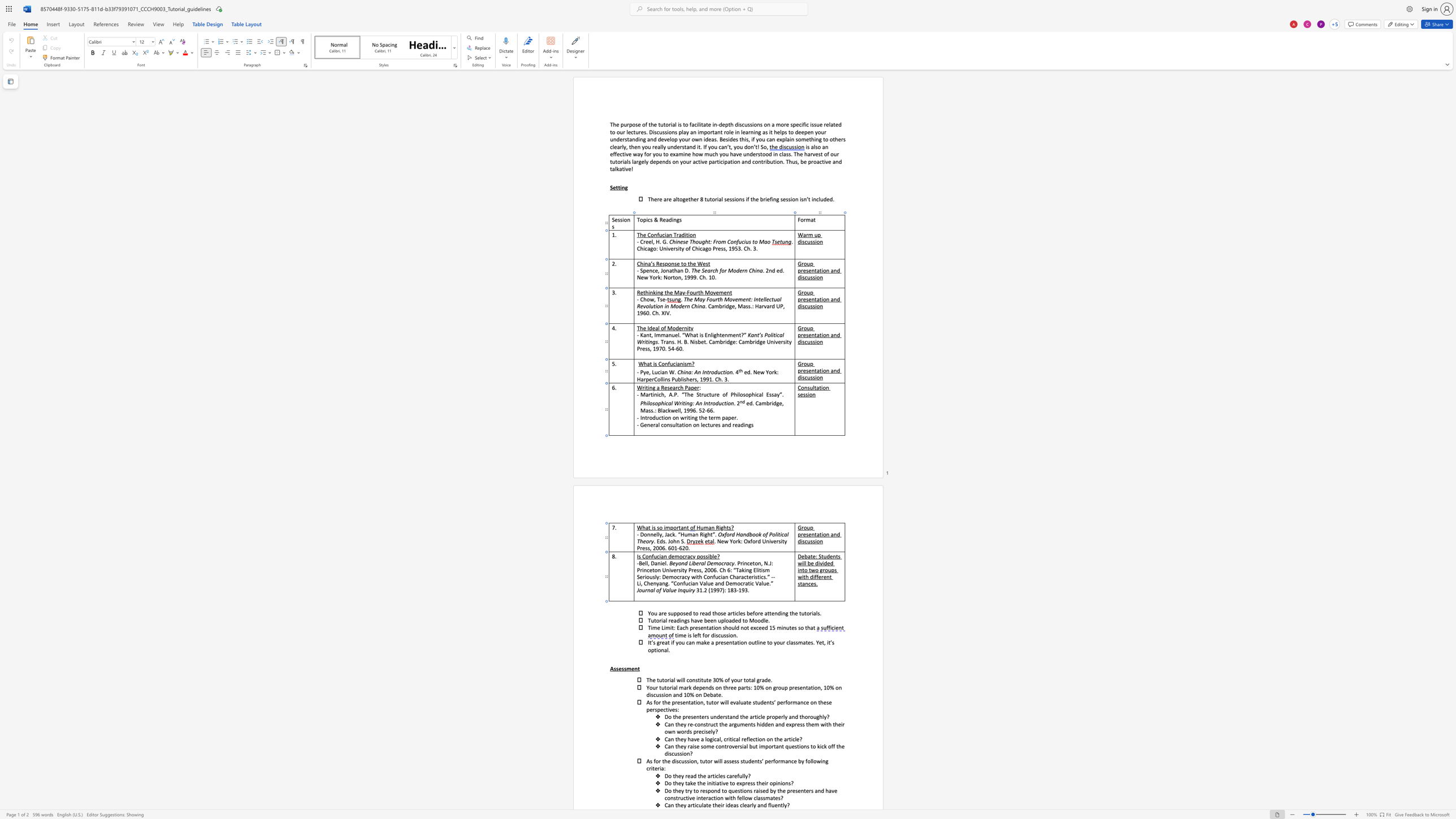 The height and width of the screenshot is (819, 1456). I want to click on the space between the continuous character "r" and "i" in the text, so click(811, 613).